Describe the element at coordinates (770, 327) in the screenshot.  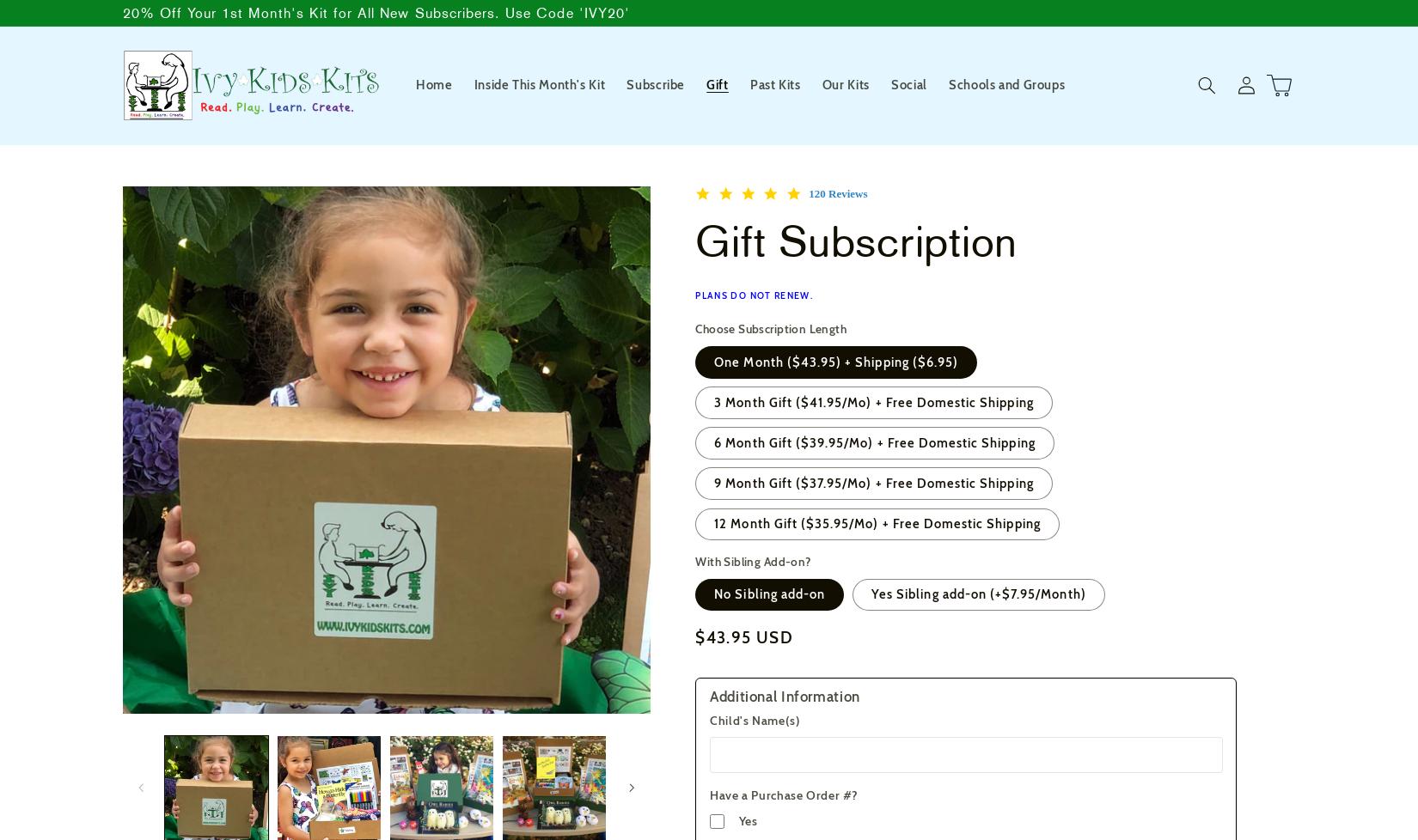
I see `'Choose Subscription Length'` at that location.